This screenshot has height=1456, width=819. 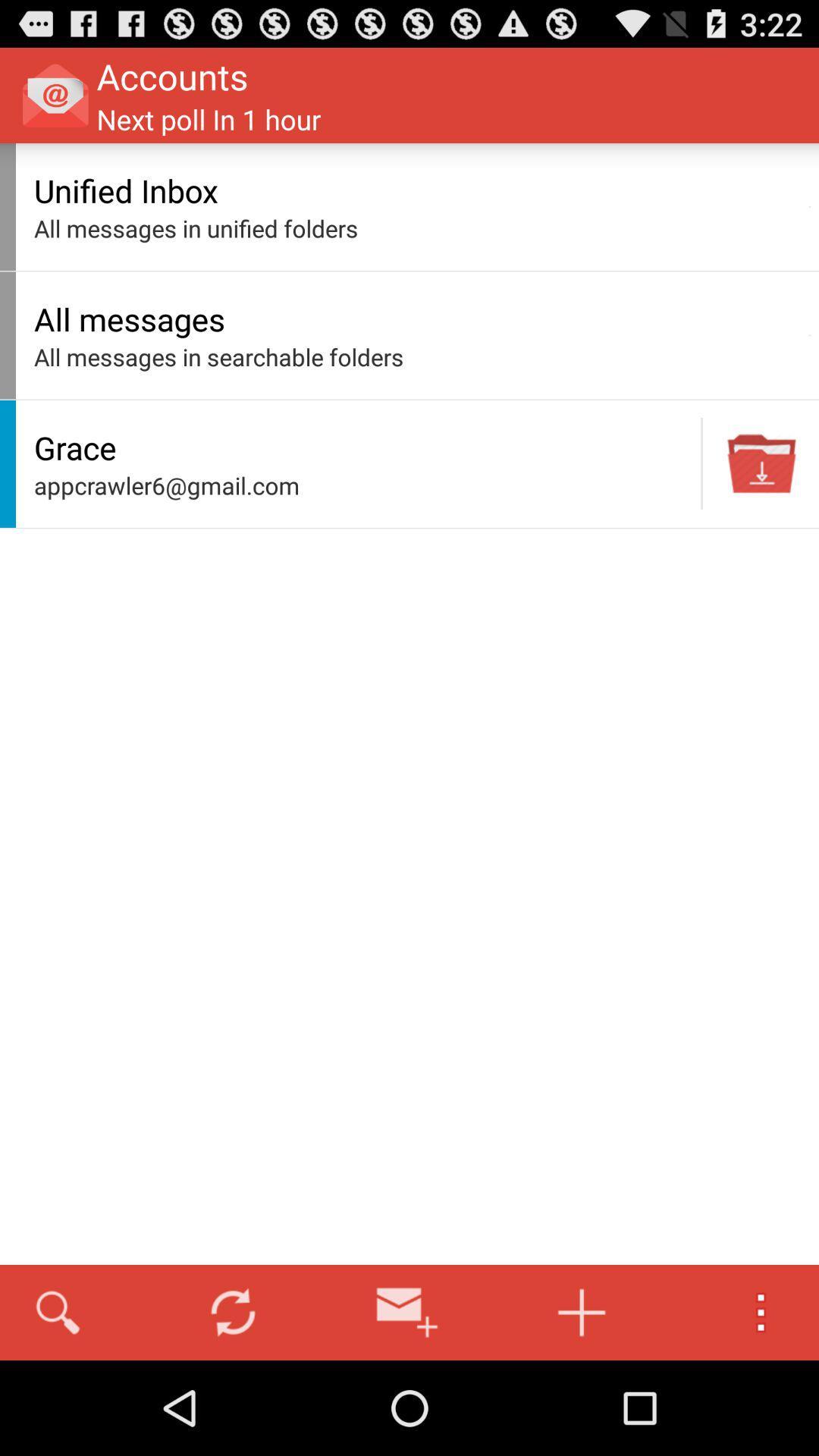 What do you see at coordinates (363, 485) in the screenshot?
I see `the icon below the grace item` at bounding box center [363, 485].